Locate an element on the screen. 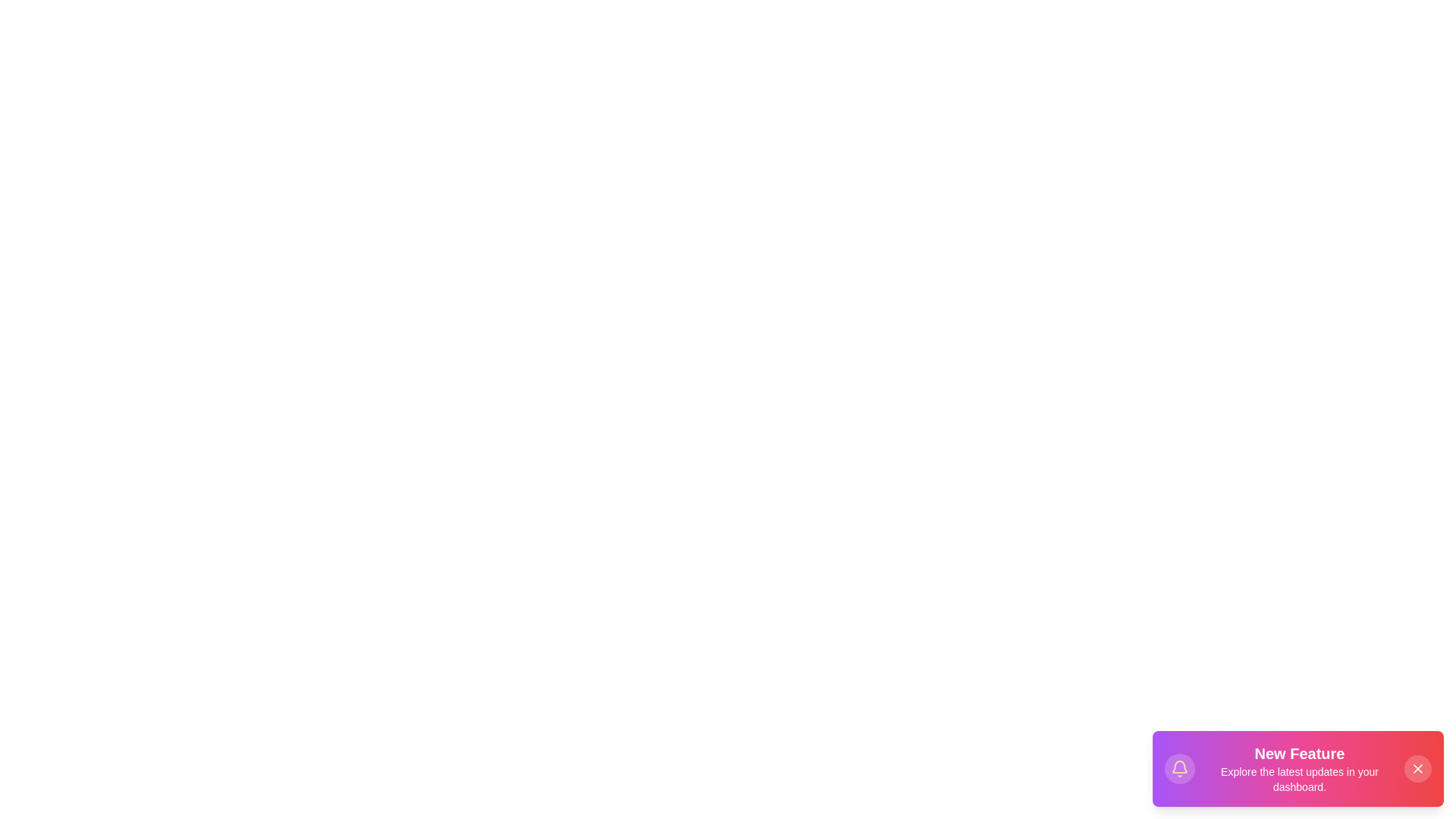 Image resolution: width=1456 pixels, height=819 pixels. the close button of the StylishSnackbar to close it is located at coordinates (1417, 769).